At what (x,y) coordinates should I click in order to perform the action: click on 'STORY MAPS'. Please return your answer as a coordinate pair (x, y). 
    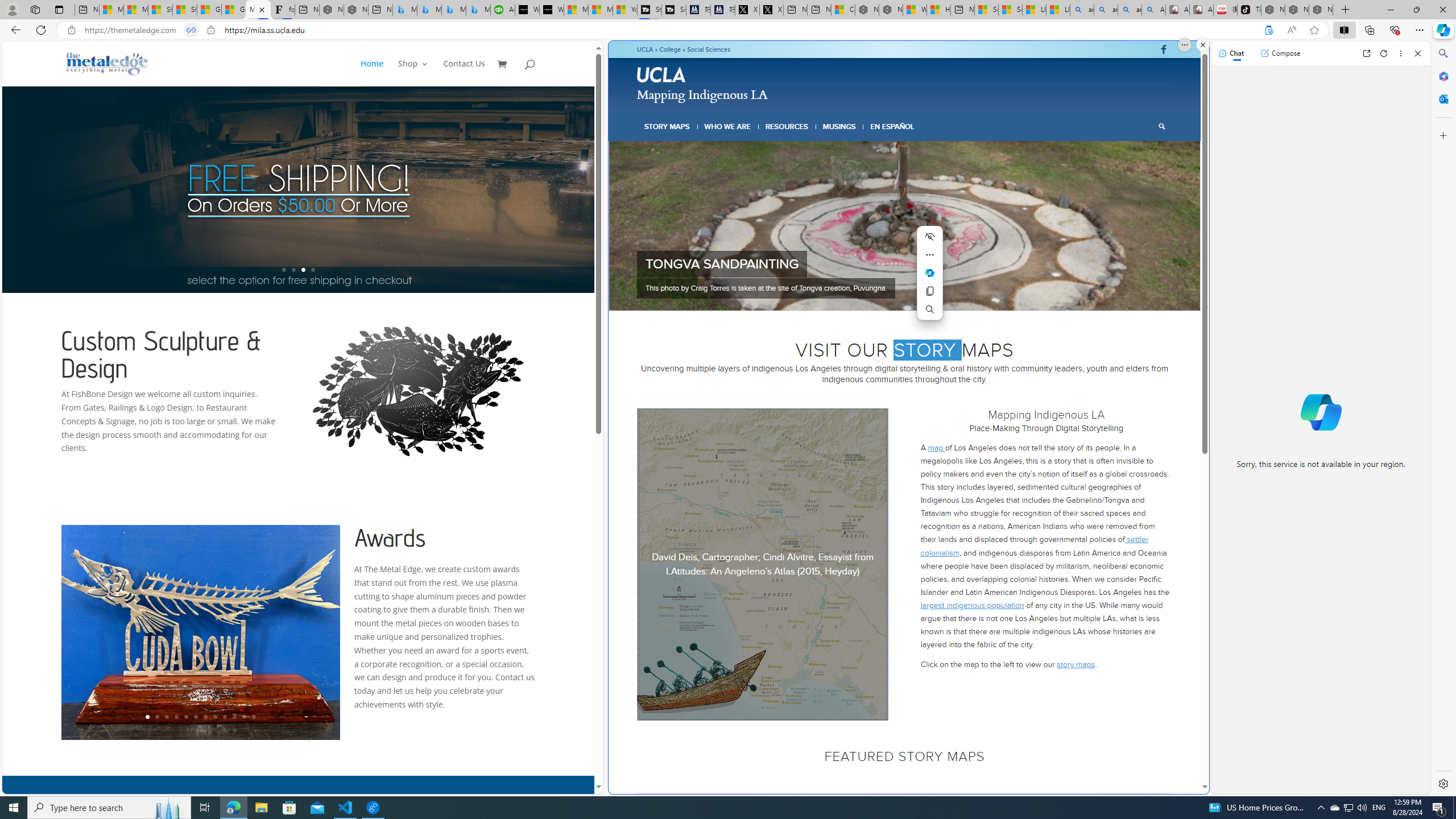
    Looking at the image, I should click on (667, 126).